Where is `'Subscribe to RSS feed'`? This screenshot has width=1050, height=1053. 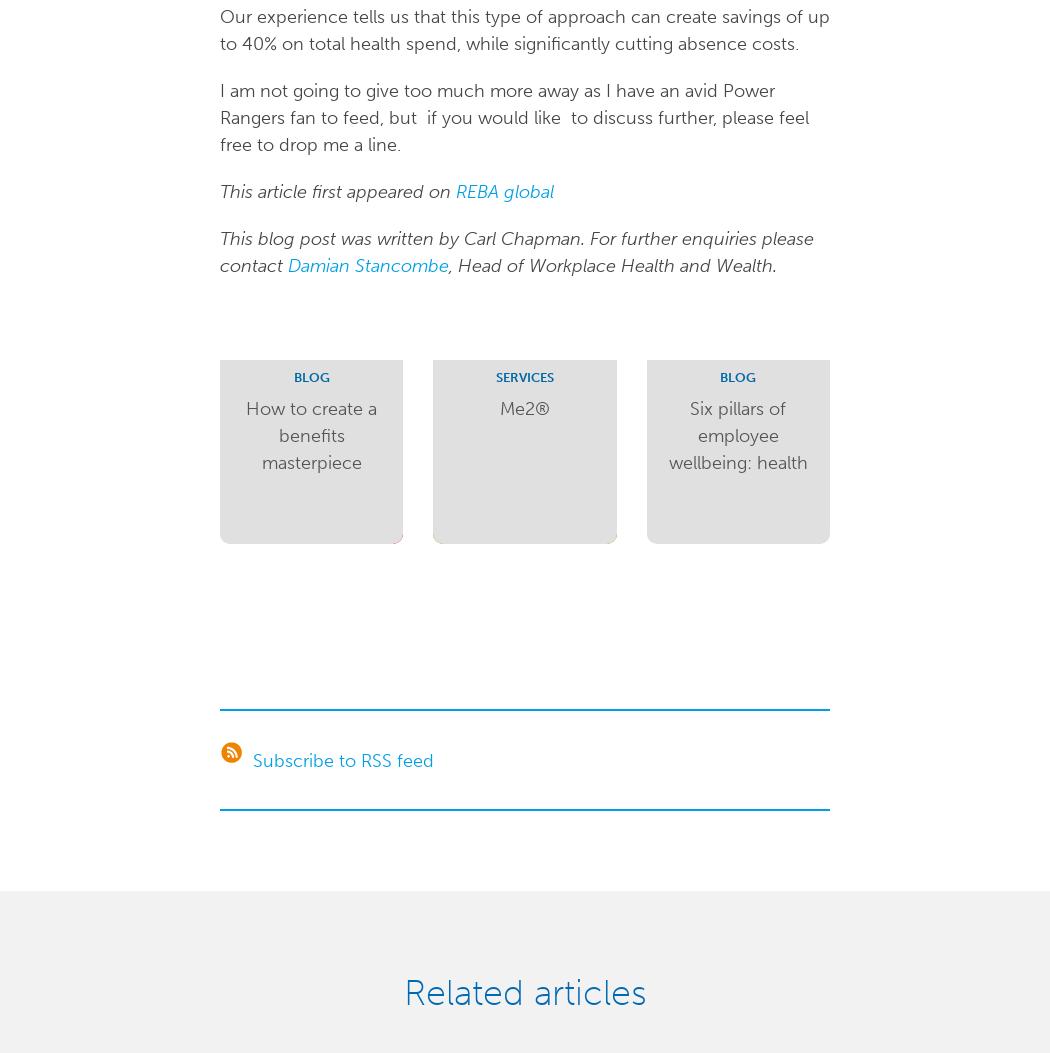
'Subscribe to RSS feed' is located at coordinates (341, 758).